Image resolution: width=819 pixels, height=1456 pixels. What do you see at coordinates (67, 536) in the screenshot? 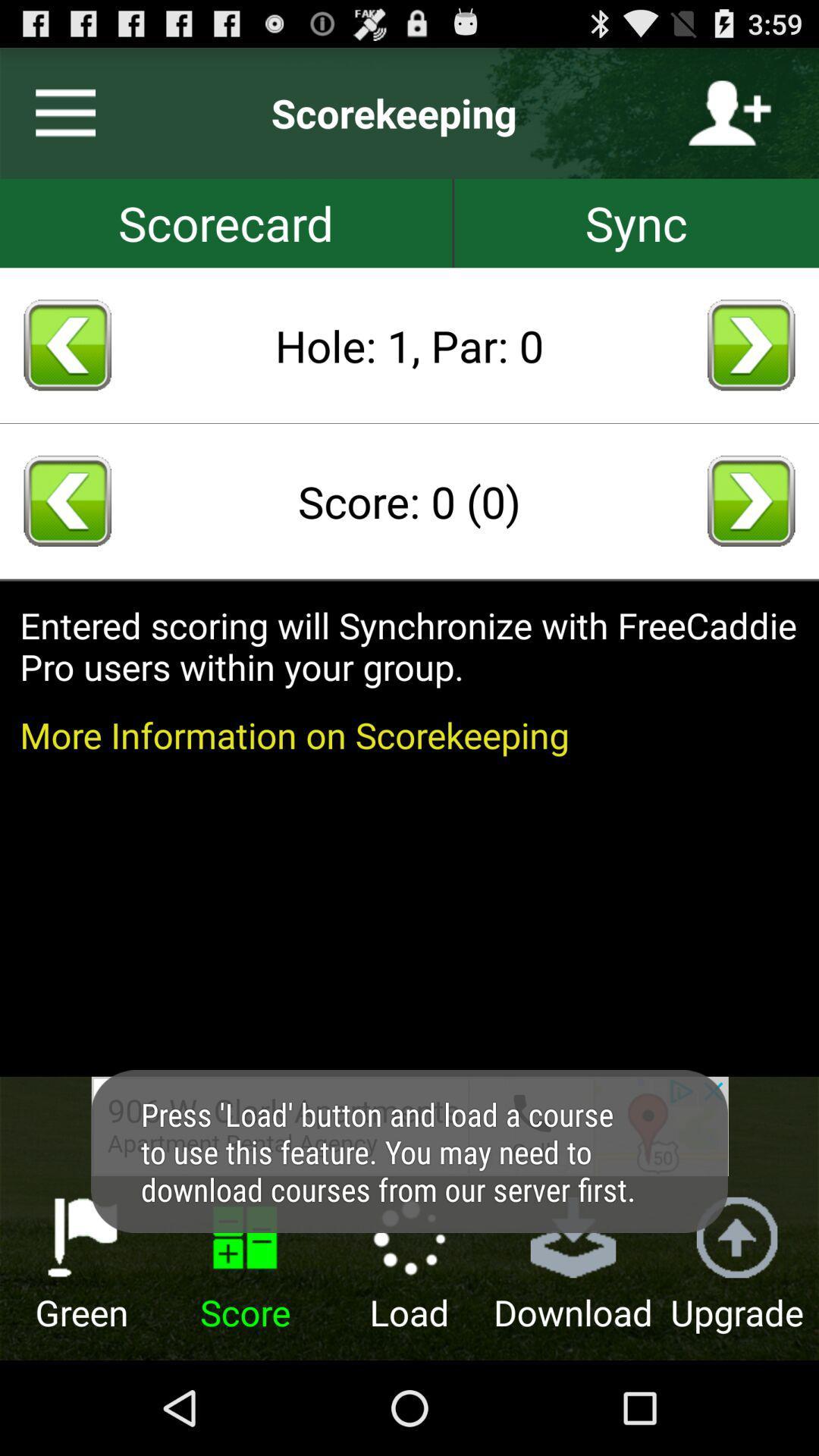
I see `the arrow_backward icon` at bounding box center [67, 536].